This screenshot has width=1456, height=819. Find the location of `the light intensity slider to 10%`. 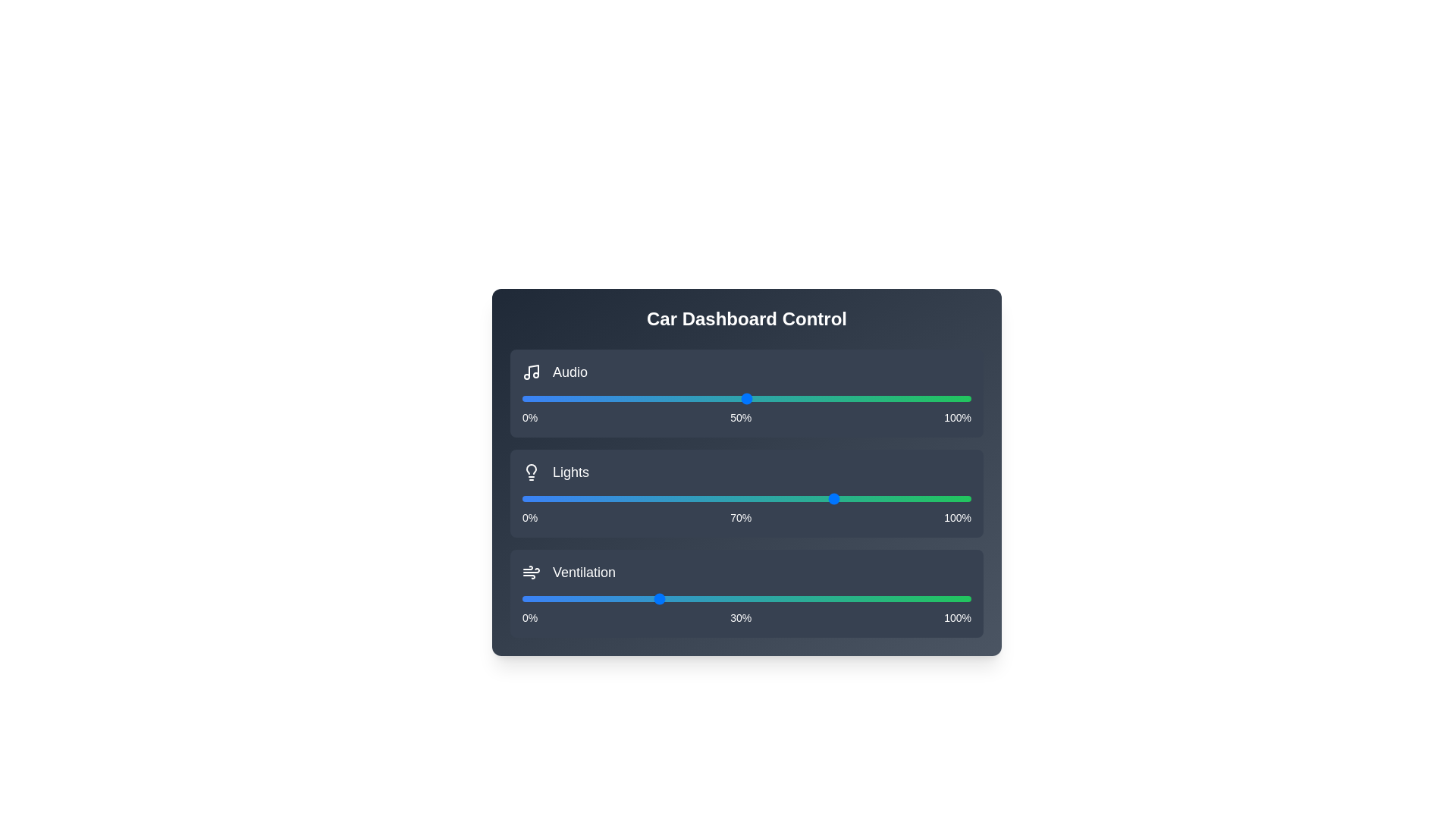

the light intensity slider to 10% is located at coordinates (566, 499).